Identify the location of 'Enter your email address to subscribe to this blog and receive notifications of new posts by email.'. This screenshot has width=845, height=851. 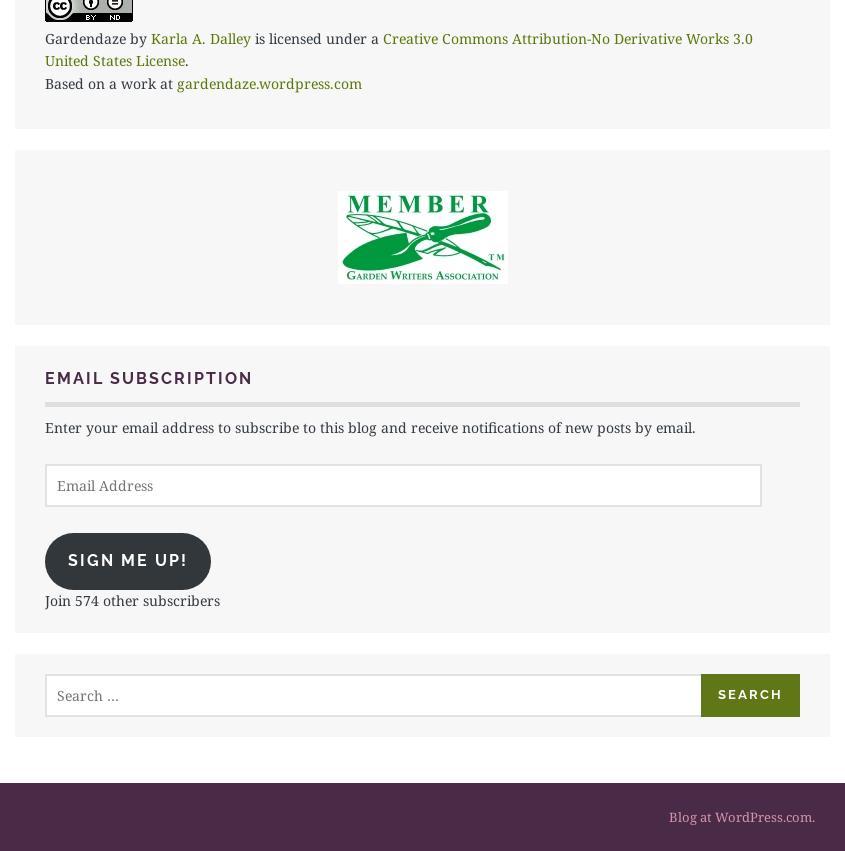
(369, 426).